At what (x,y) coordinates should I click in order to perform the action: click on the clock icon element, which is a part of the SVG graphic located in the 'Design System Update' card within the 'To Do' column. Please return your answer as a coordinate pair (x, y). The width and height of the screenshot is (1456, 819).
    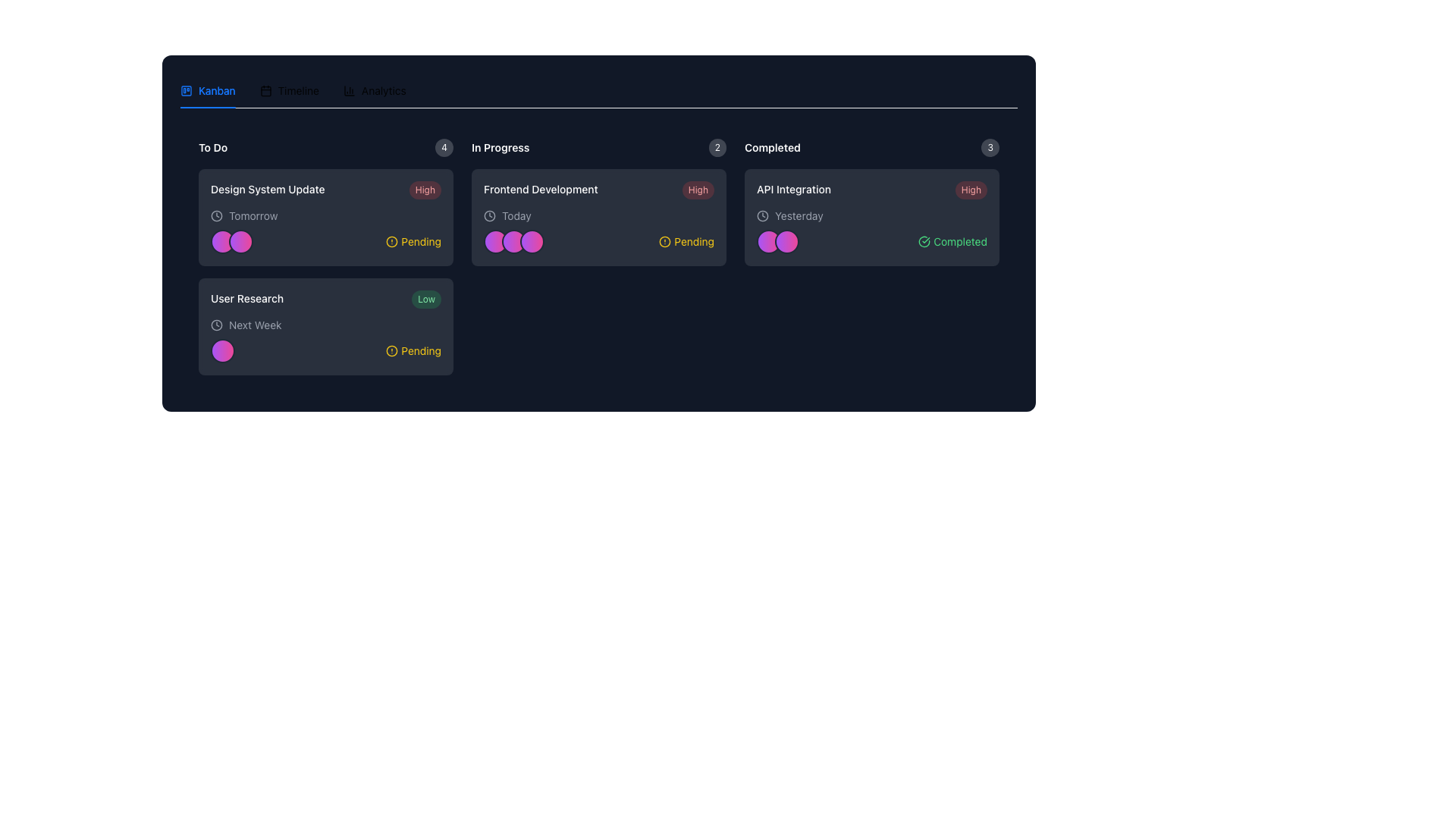
    Looking at the image, I should click on (216, 216).